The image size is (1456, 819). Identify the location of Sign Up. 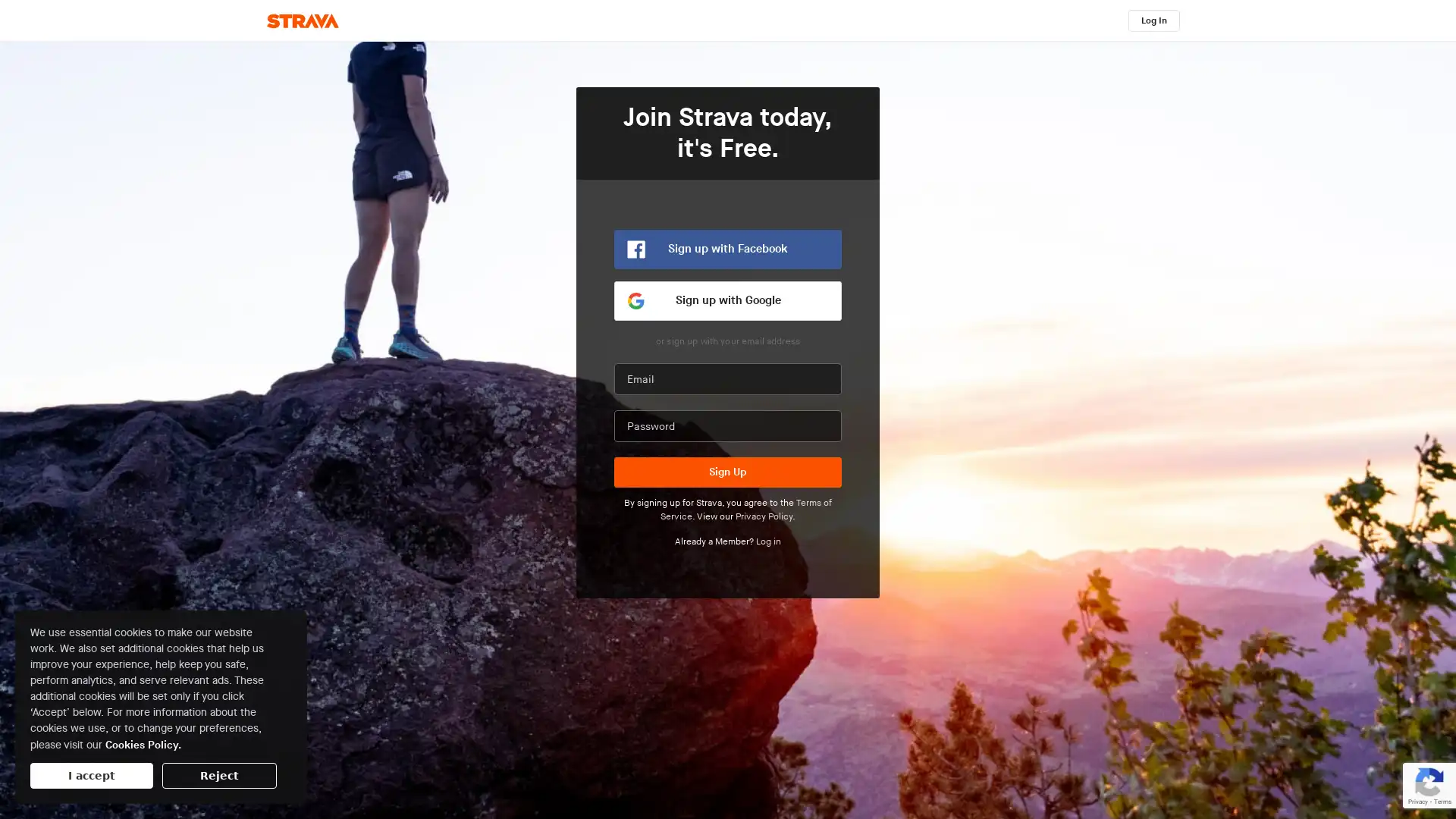
(728, 472).